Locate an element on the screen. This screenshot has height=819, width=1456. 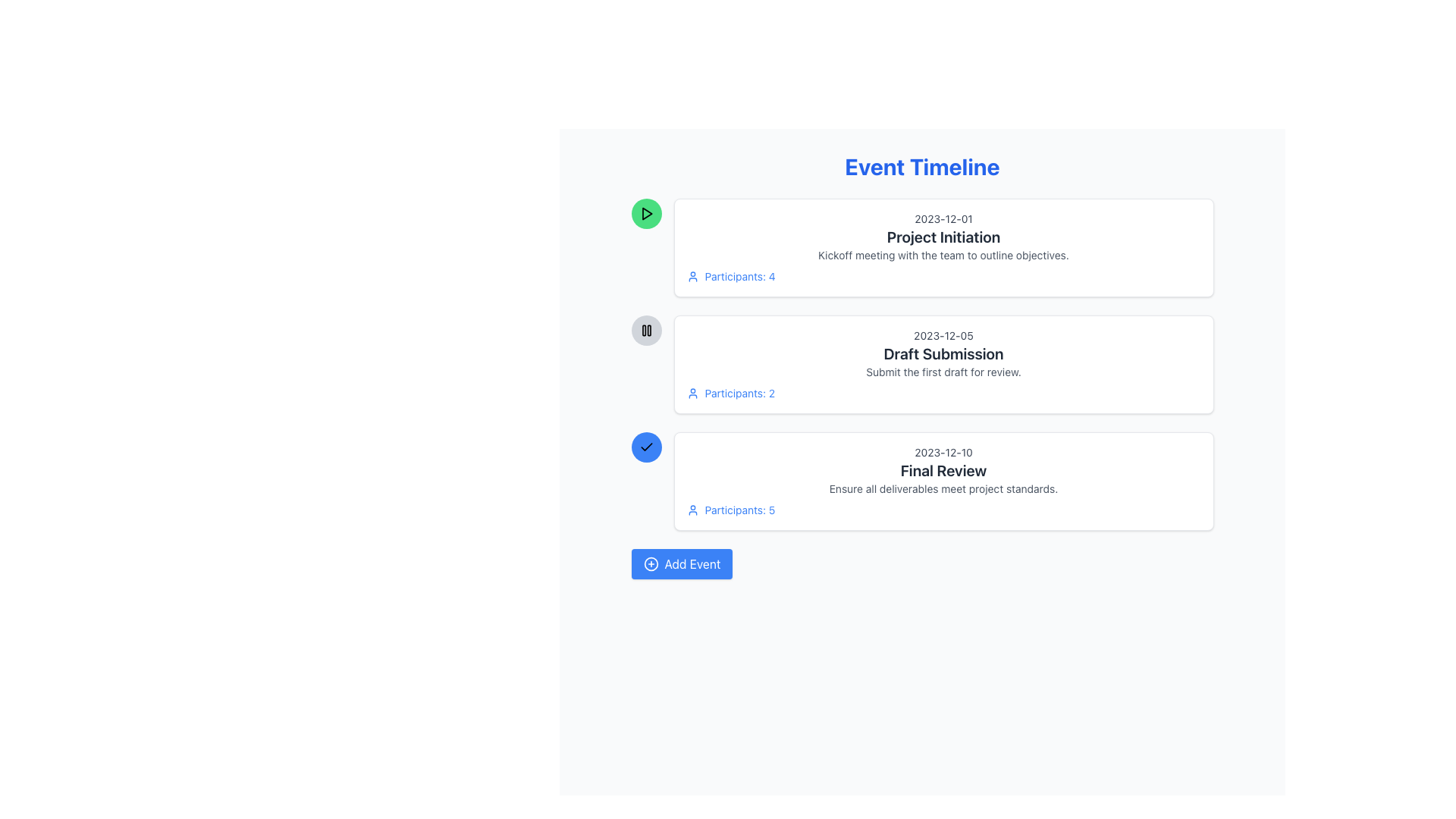
the circular graphical icon representing the 'add' action, located to the left of the button text in the blue 'Add Event' button is located at coordinates (651, 564).